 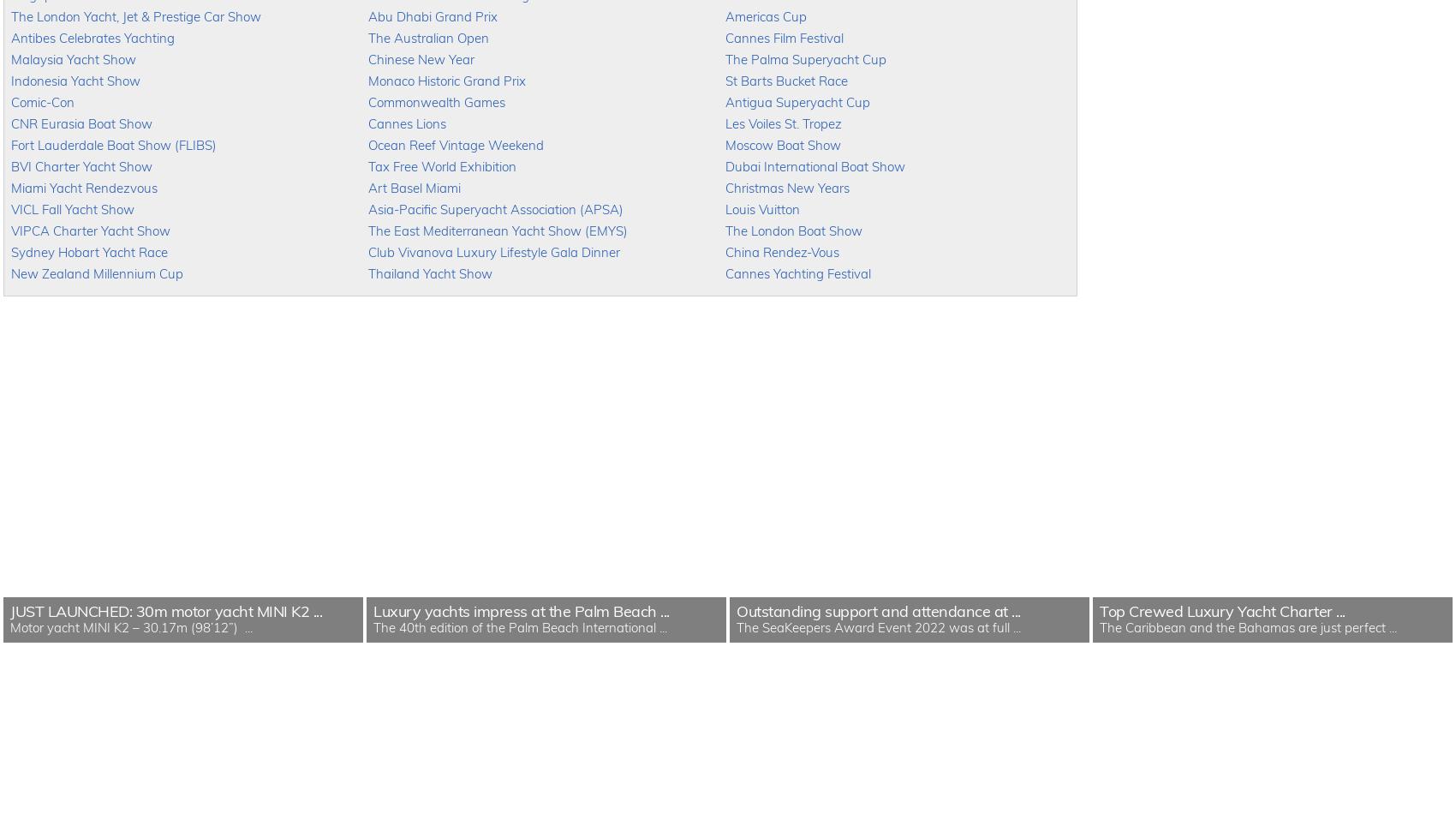 I want to click on 'New Zealand Millennium Cup', so click(x=10, y=273).